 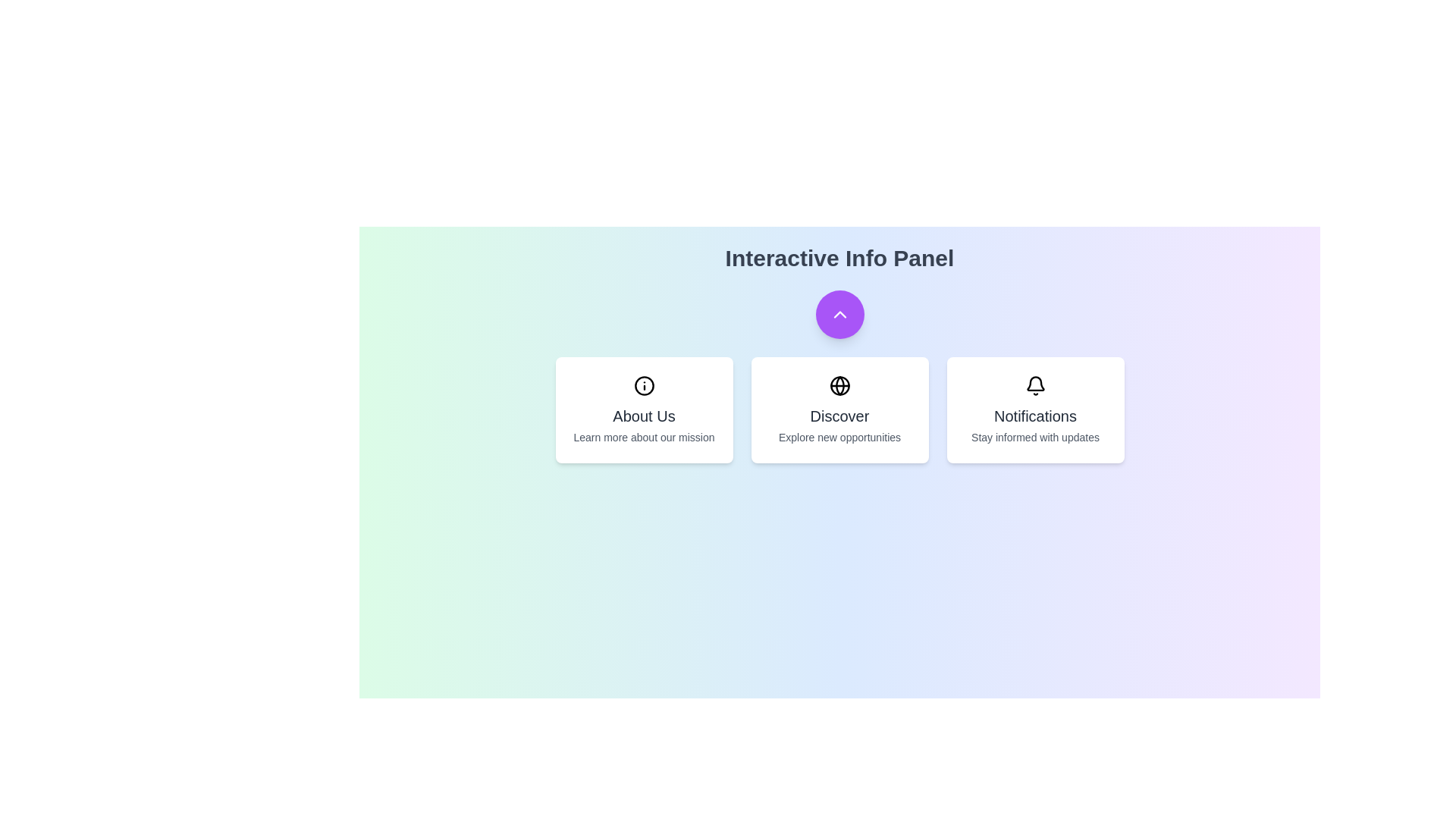 I want to click on the 'Discover' card to explore new opportunities, so click(x=839, y=409).